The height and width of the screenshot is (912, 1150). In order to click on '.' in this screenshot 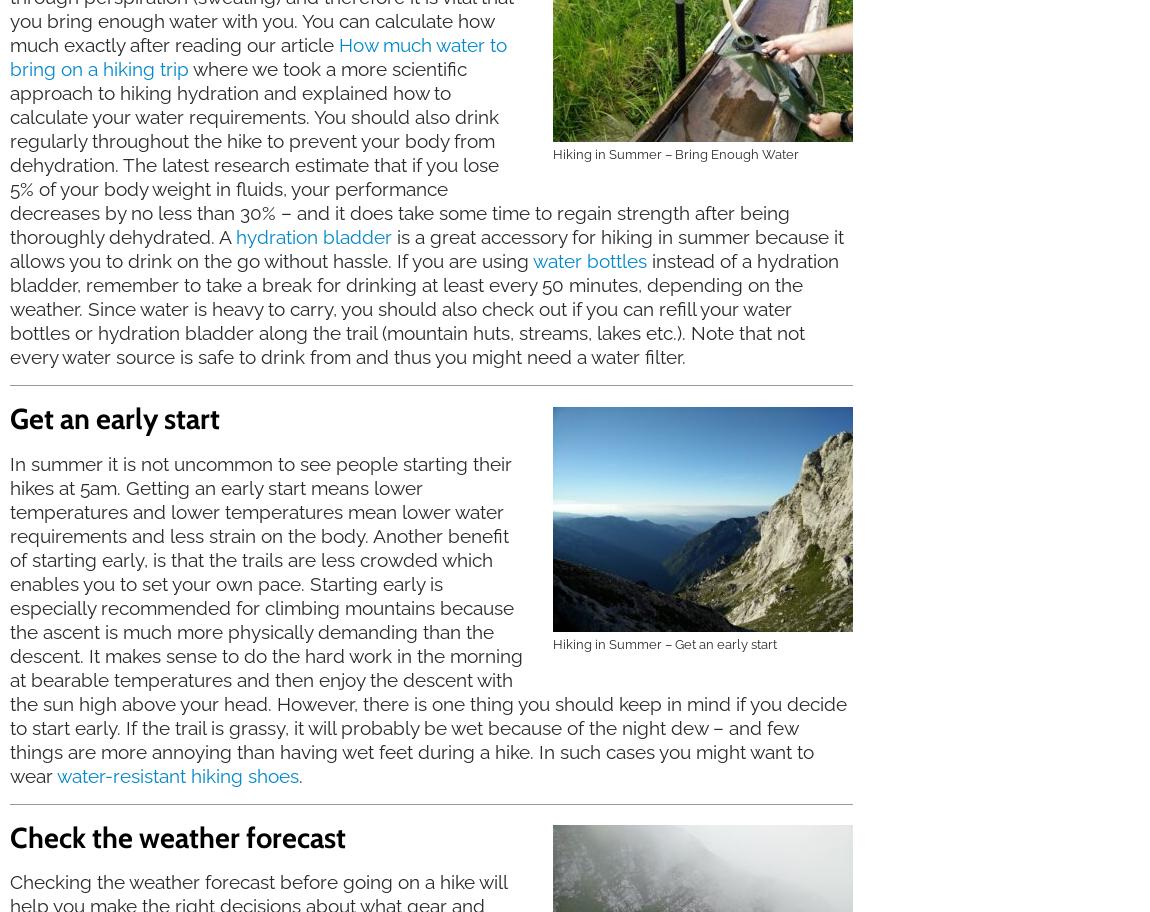, I will do `click(300, 775)`.